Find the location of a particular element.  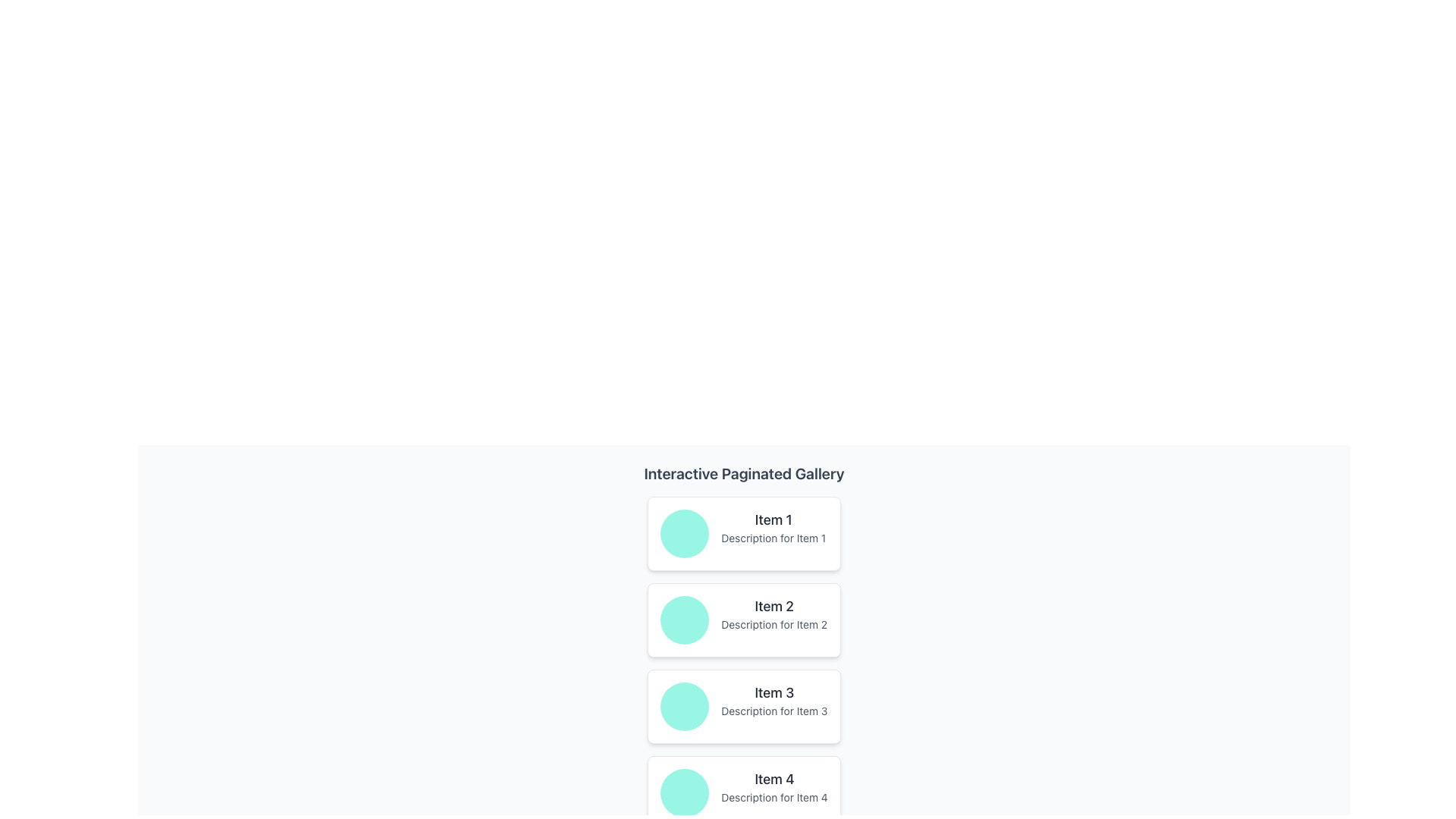

informational text content located directly beneath 'Item 3' in the card structure of the list is located at coordinates (774, 711).